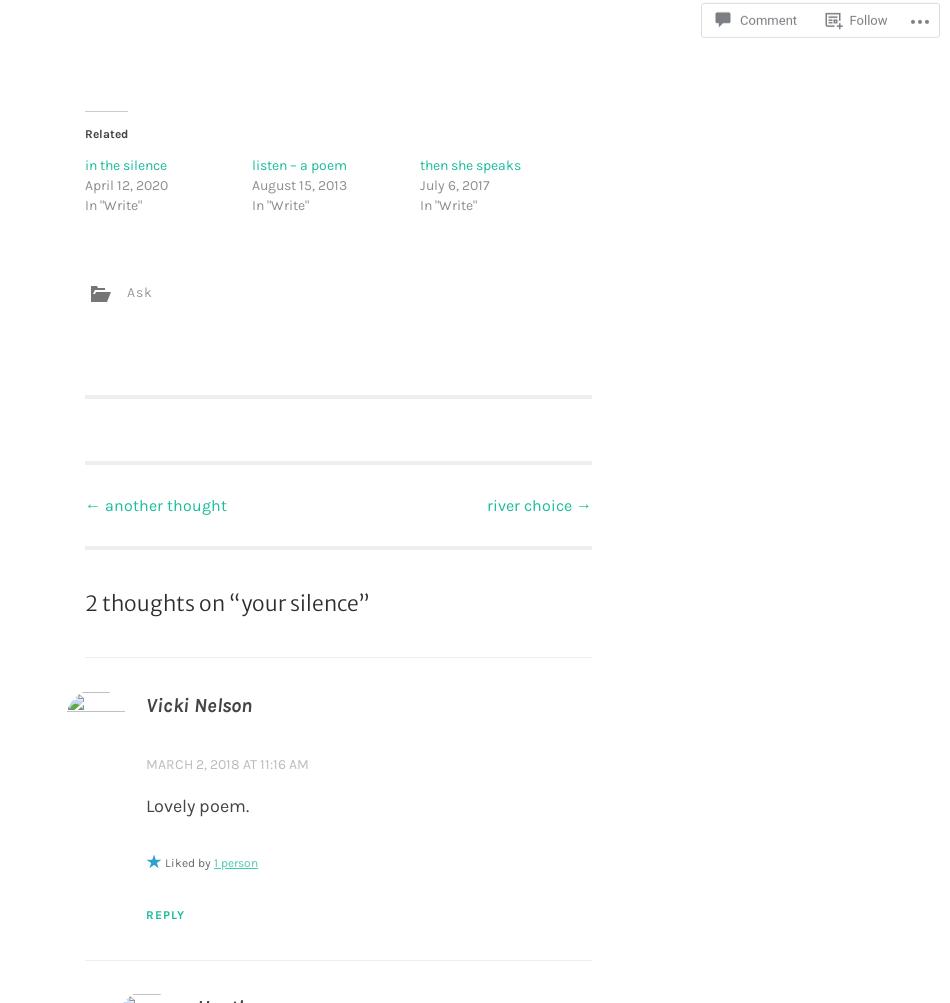  What do you see at coordinates (189, 861) in the screenshot?
I see `'Liked by'` at bounding box center [189, 861].